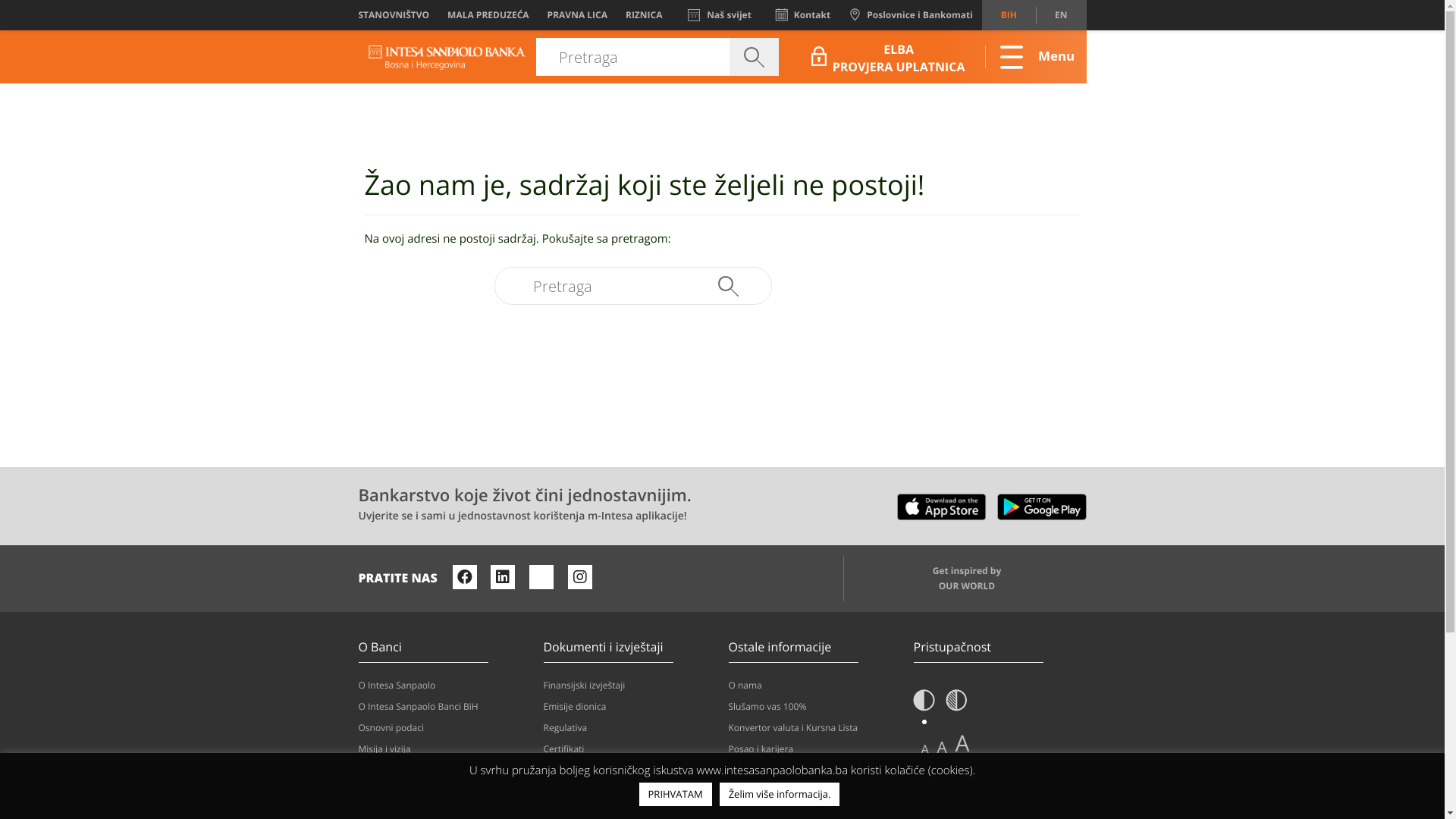  Describe the element at coordinates (356, 791) in the screenshot. I see `'Historija Banke'` at that location.